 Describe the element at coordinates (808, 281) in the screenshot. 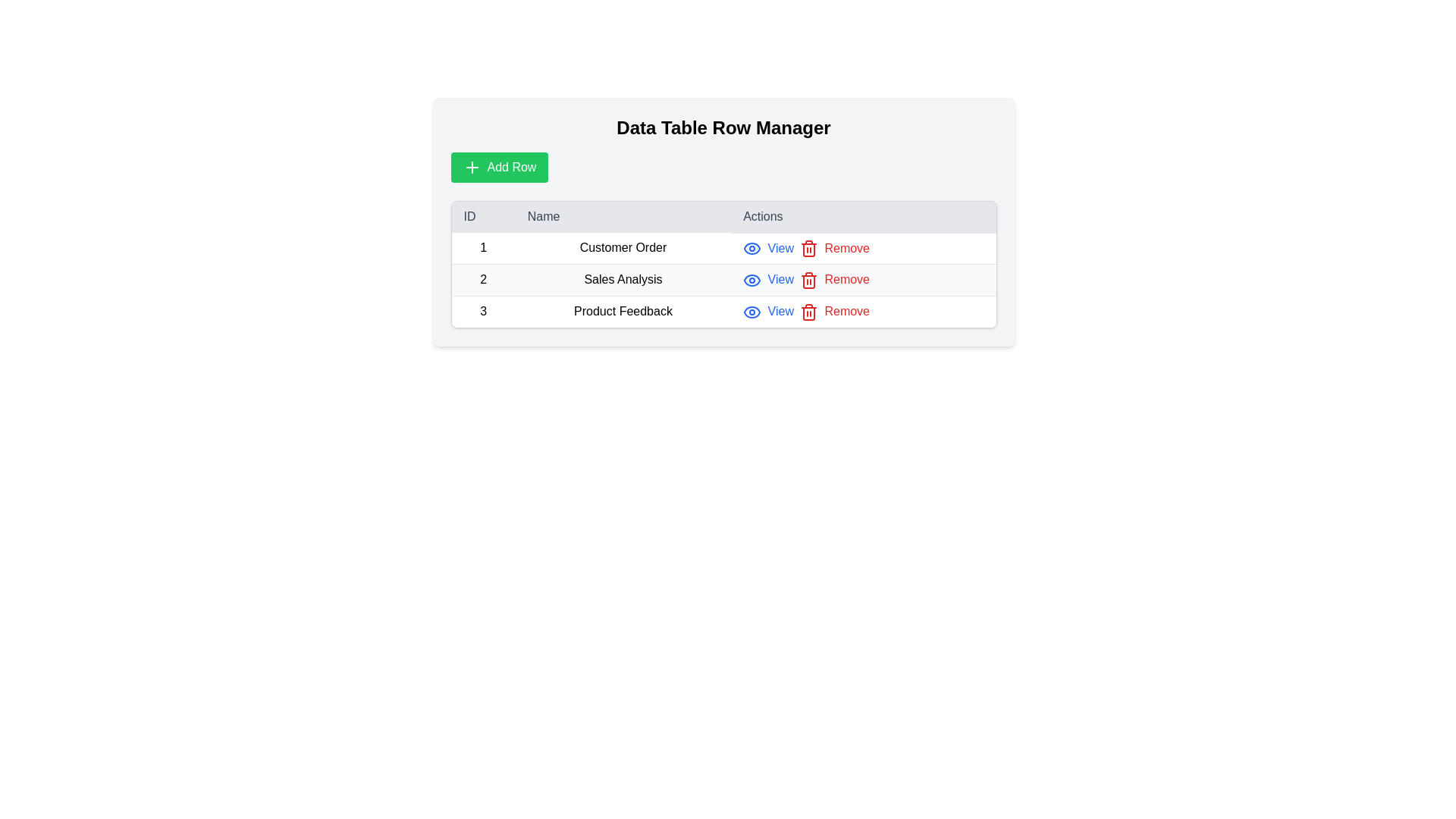

I see `the delete icon in the Actions column of the data table` at that location.